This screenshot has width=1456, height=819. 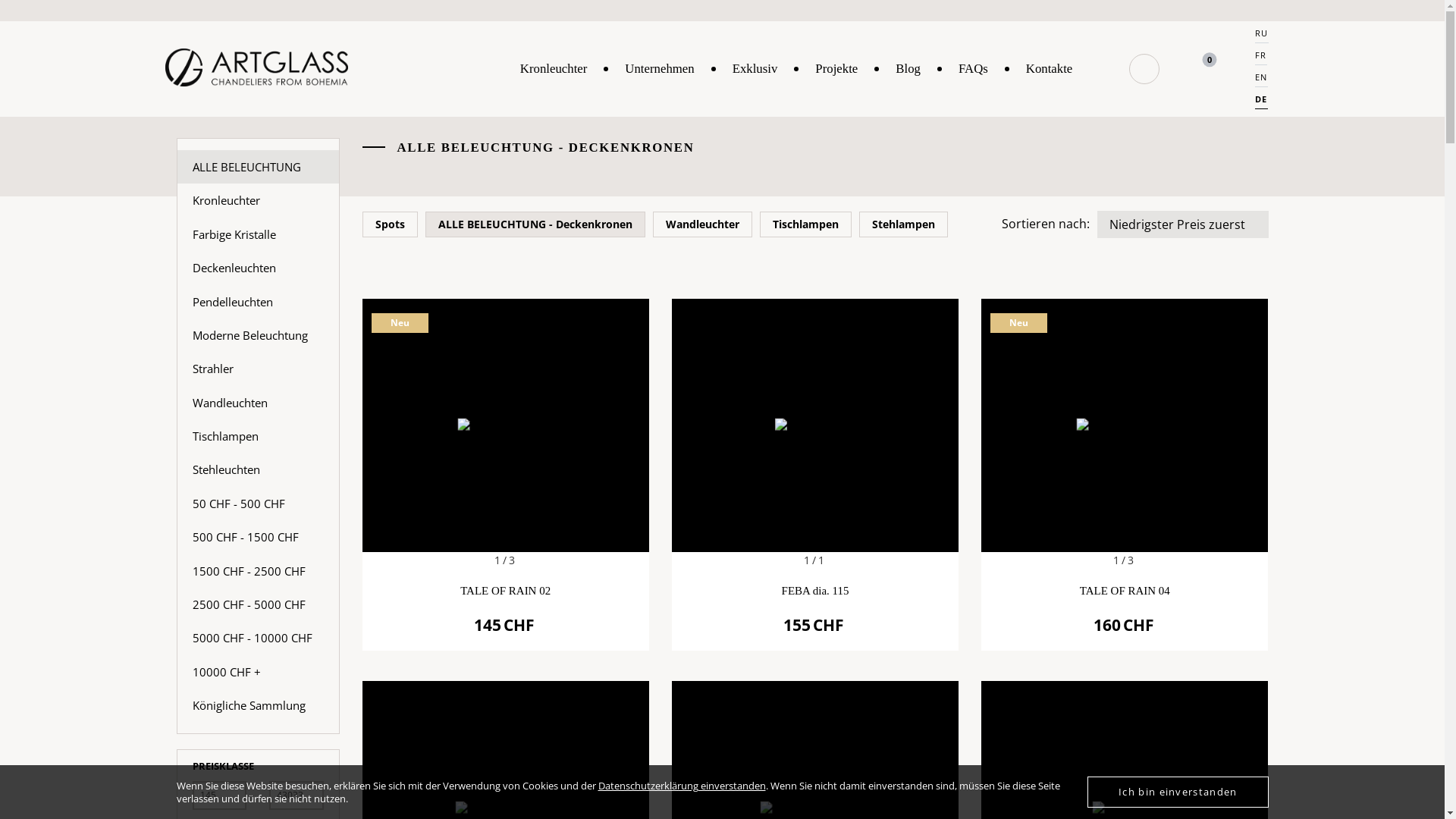 What do you see at coordinates (1125, 474) in the screenshot?
I see `'1/3` at bounding box center [1125, 474].